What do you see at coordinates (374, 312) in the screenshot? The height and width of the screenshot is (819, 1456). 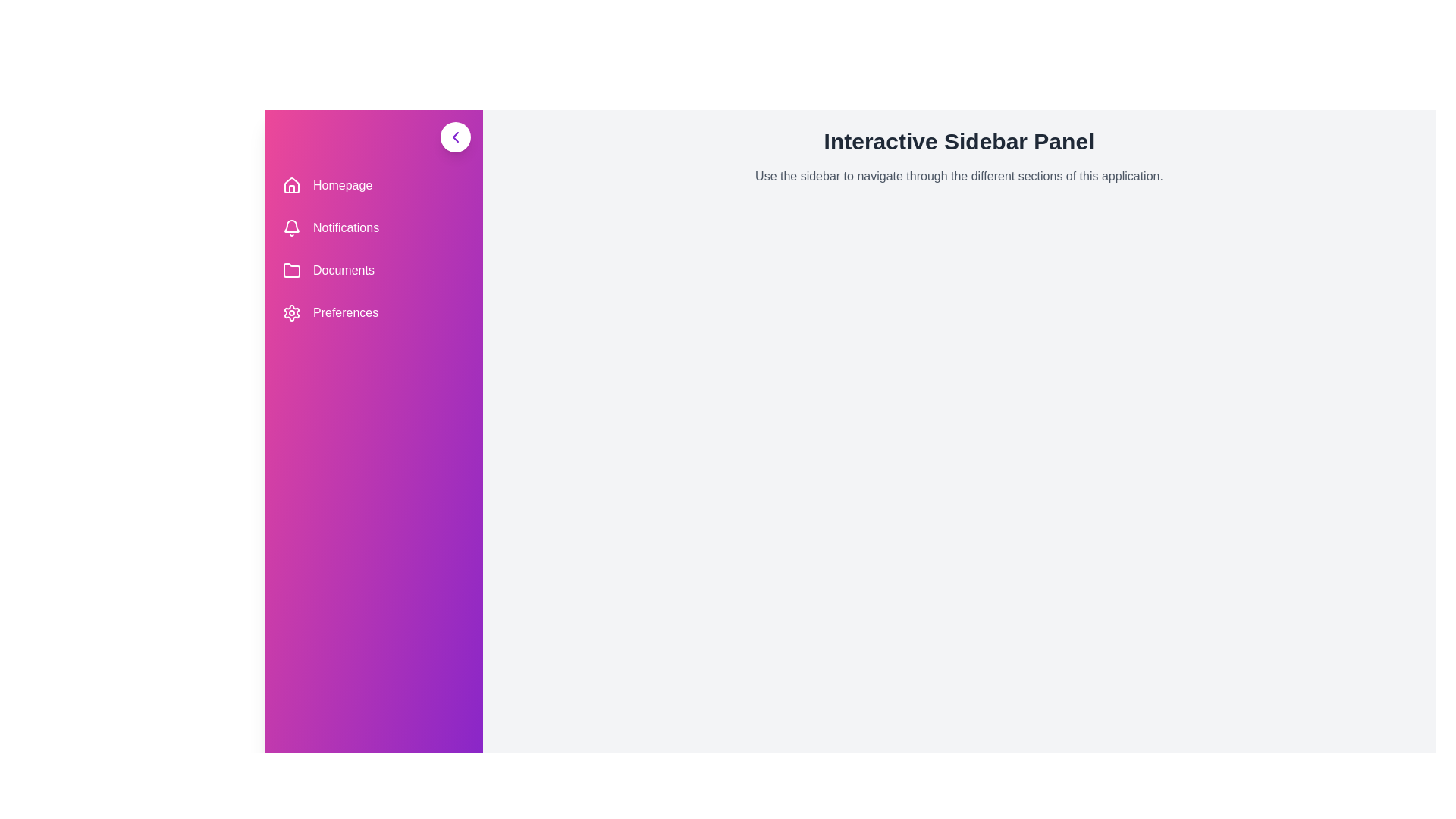 I see `the sidebar menu item Preferences` at bounding box center [374, 312].